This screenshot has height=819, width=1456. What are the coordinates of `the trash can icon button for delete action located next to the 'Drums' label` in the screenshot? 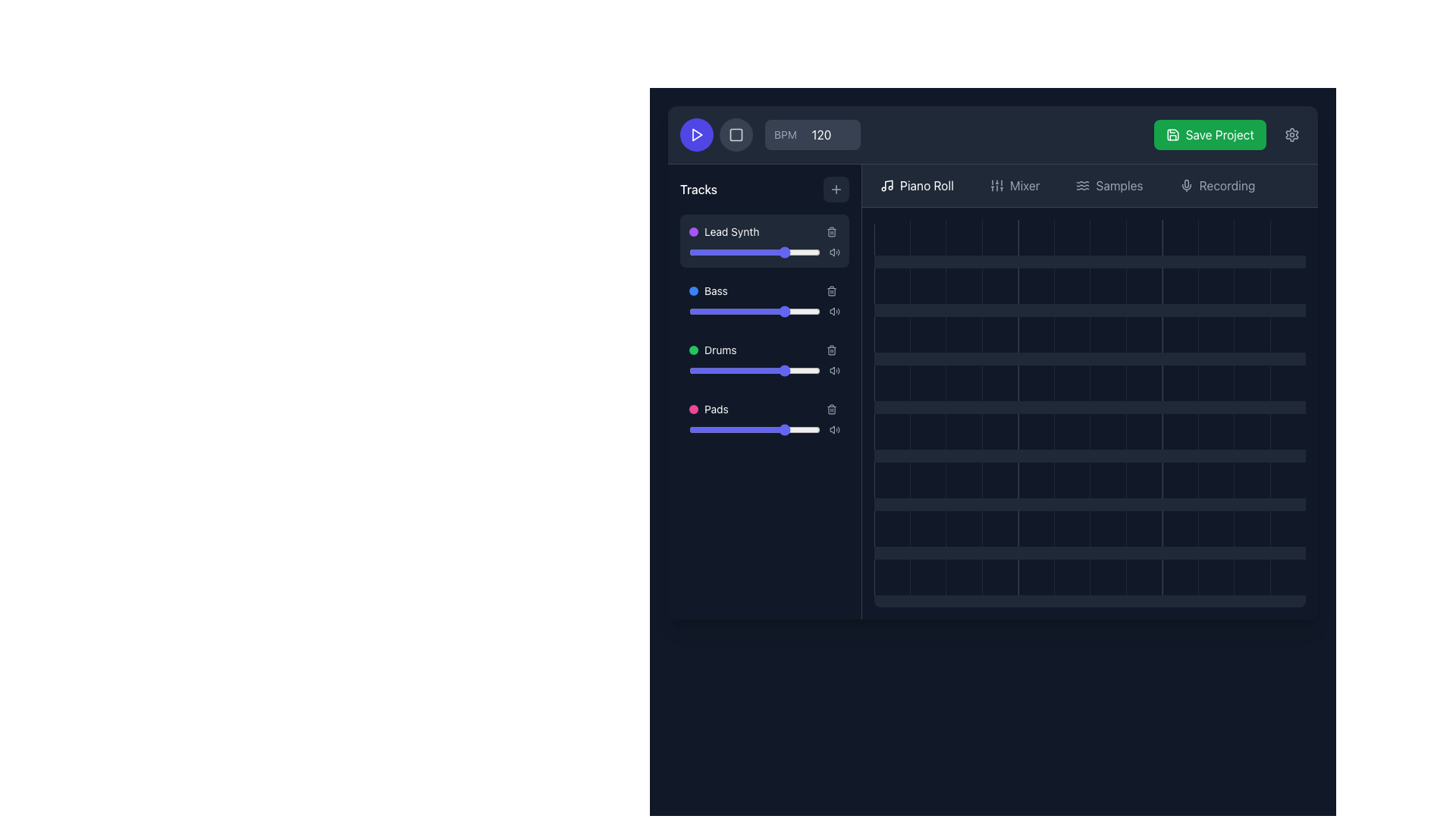 It's located at (831, 350).